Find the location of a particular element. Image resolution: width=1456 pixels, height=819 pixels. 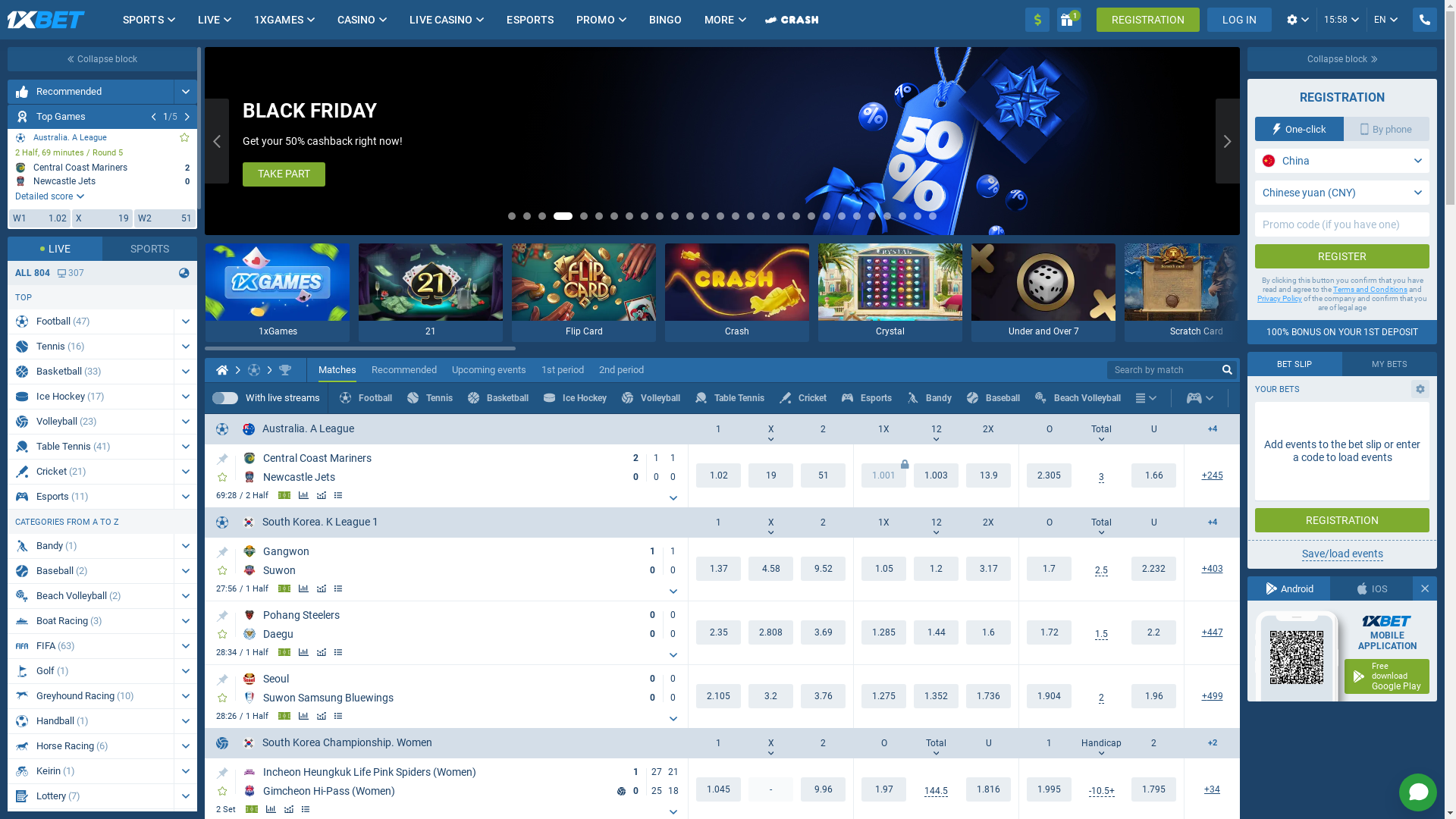

'142.5' is located at coordinates (935, 790).